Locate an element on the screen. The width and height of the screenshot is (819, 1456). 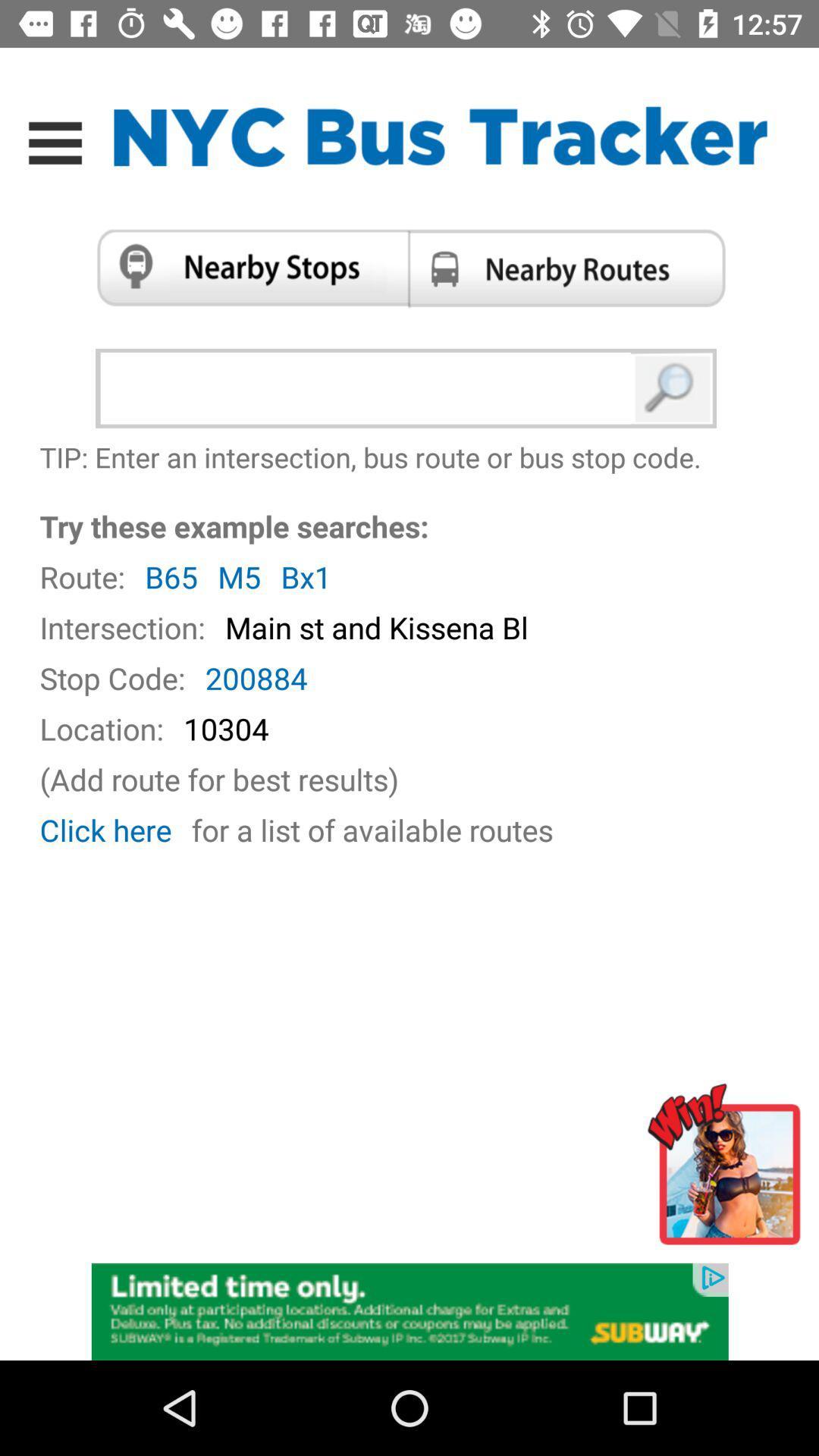
find nearby routes is located at coordinates (572, 268).